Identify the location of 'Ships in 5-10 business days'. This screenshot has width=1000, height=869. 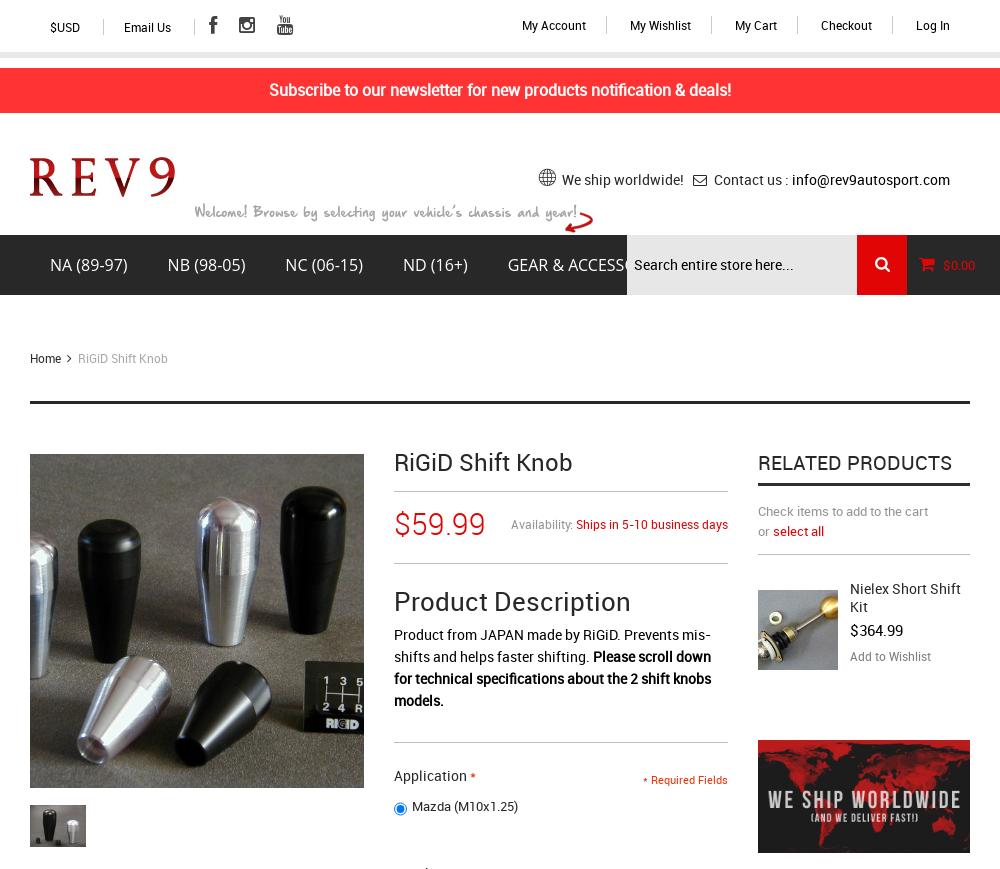
(574, 524).